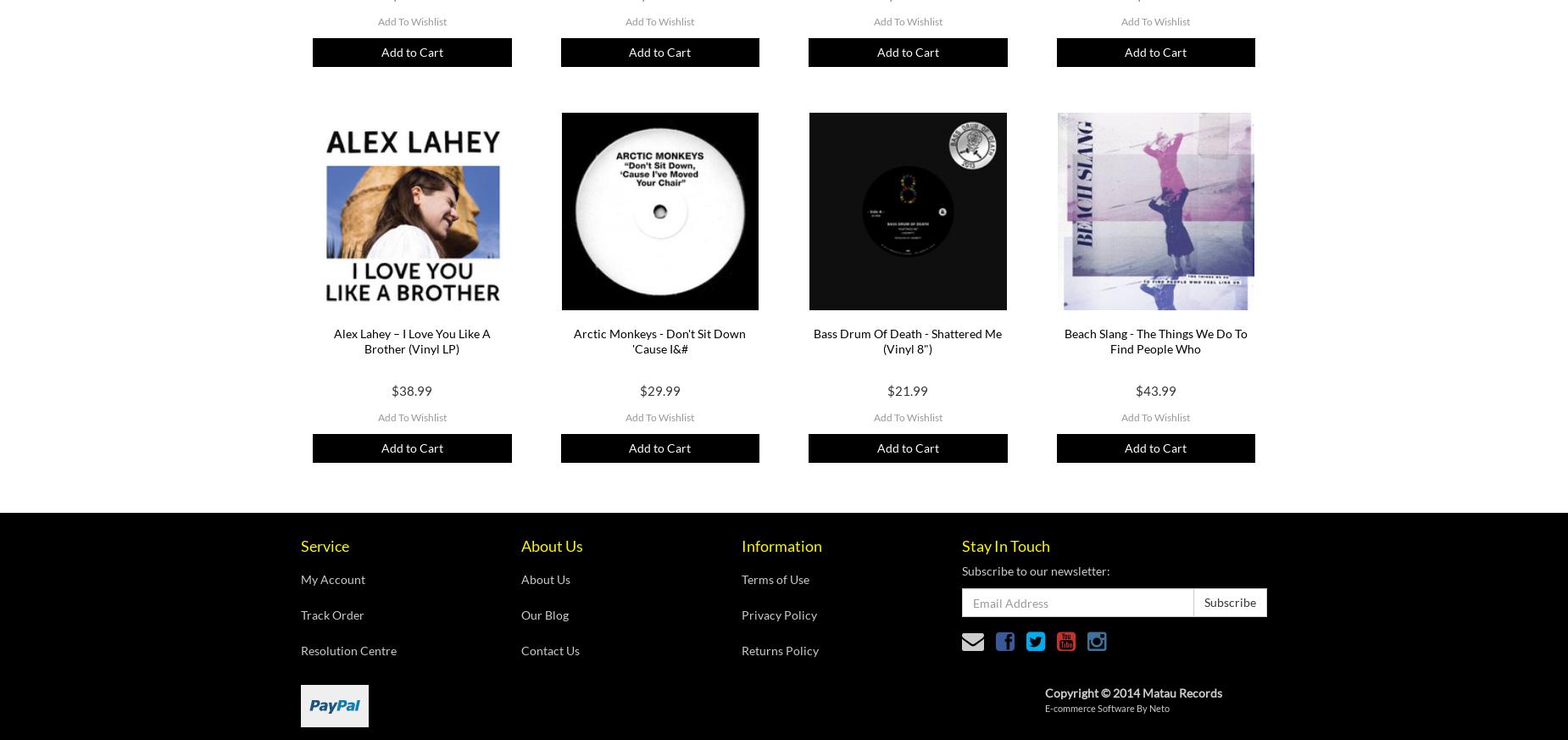 This screenshot has height=740, width=1568. What do you see at coordinates (331, 614) in the screenshot?
I see `'Track Order'` at bounding box center [331, 614].